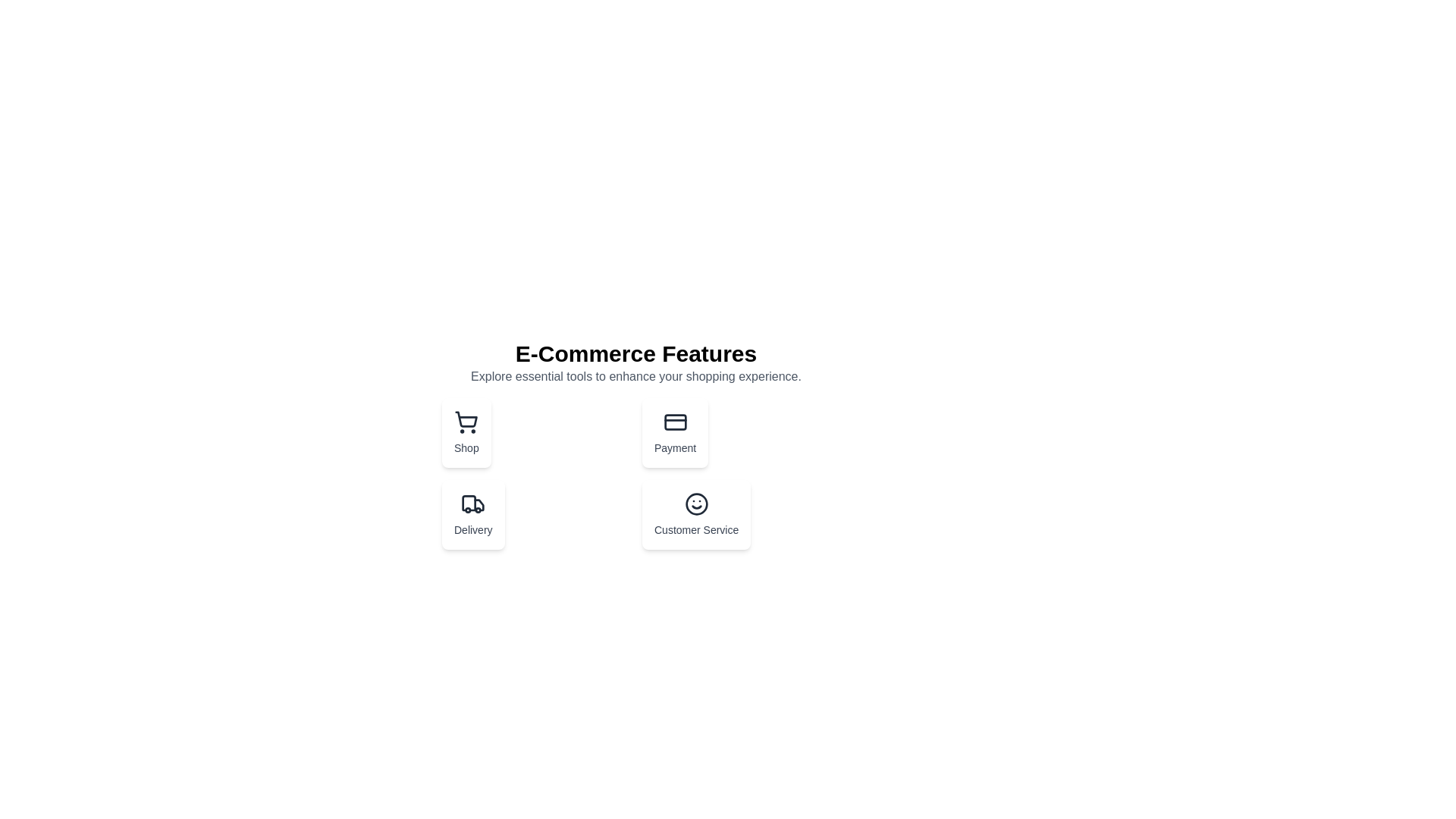 This screenshot has height=819, width=1456. Describe the element at coordinates (636, 441) in the screenshot. I see `the Payment section button, which is the second component in the upper row of the grid layout, located to the right of the 'Shop' button and above 'Customer Service'` at that location.